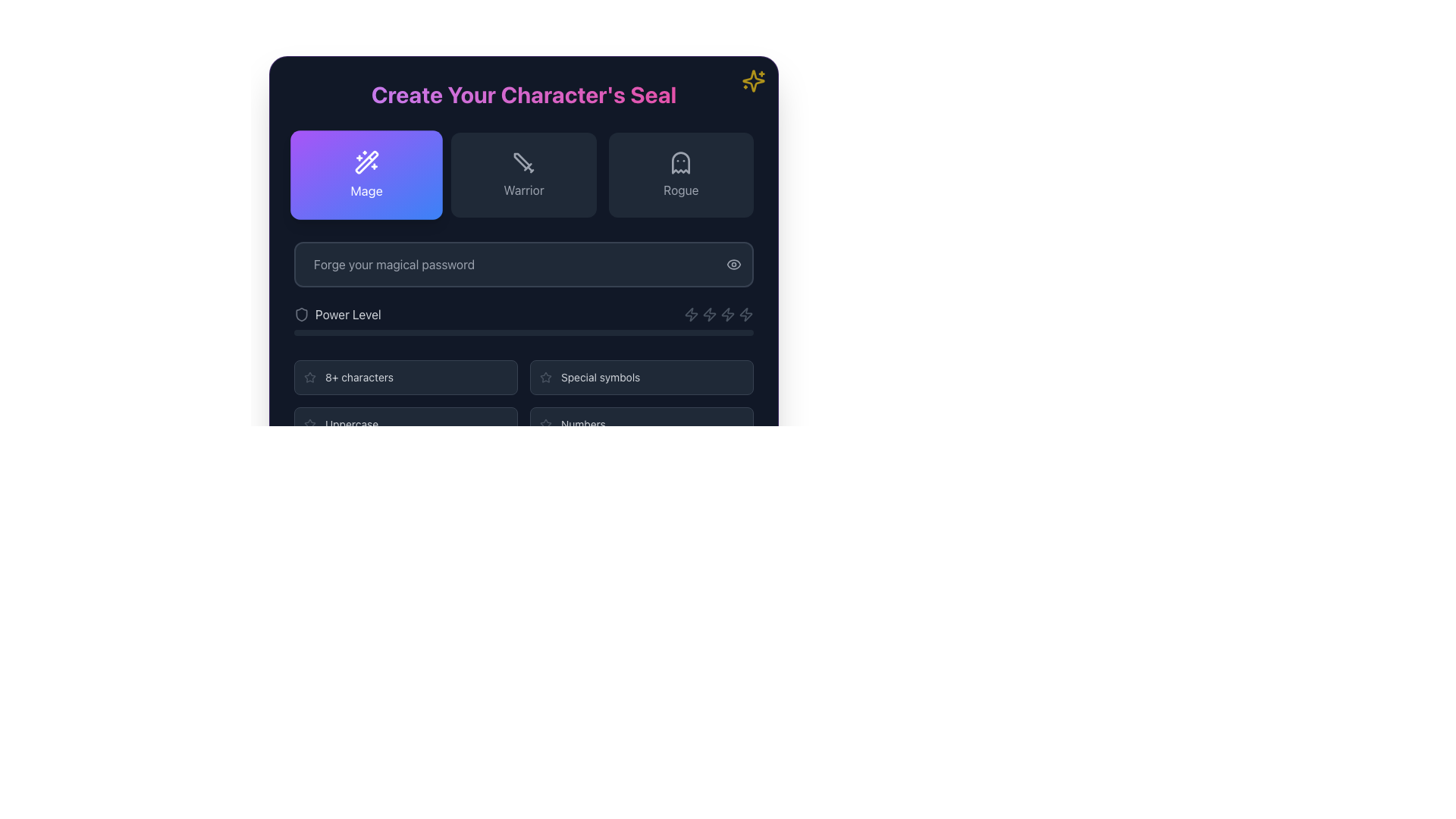 The height and width of the screenshot is (819, 1456). I want to click on the small, stylized gray lightning bolt icon located at the bottom-right corner of the password input field, so click(745, 314).